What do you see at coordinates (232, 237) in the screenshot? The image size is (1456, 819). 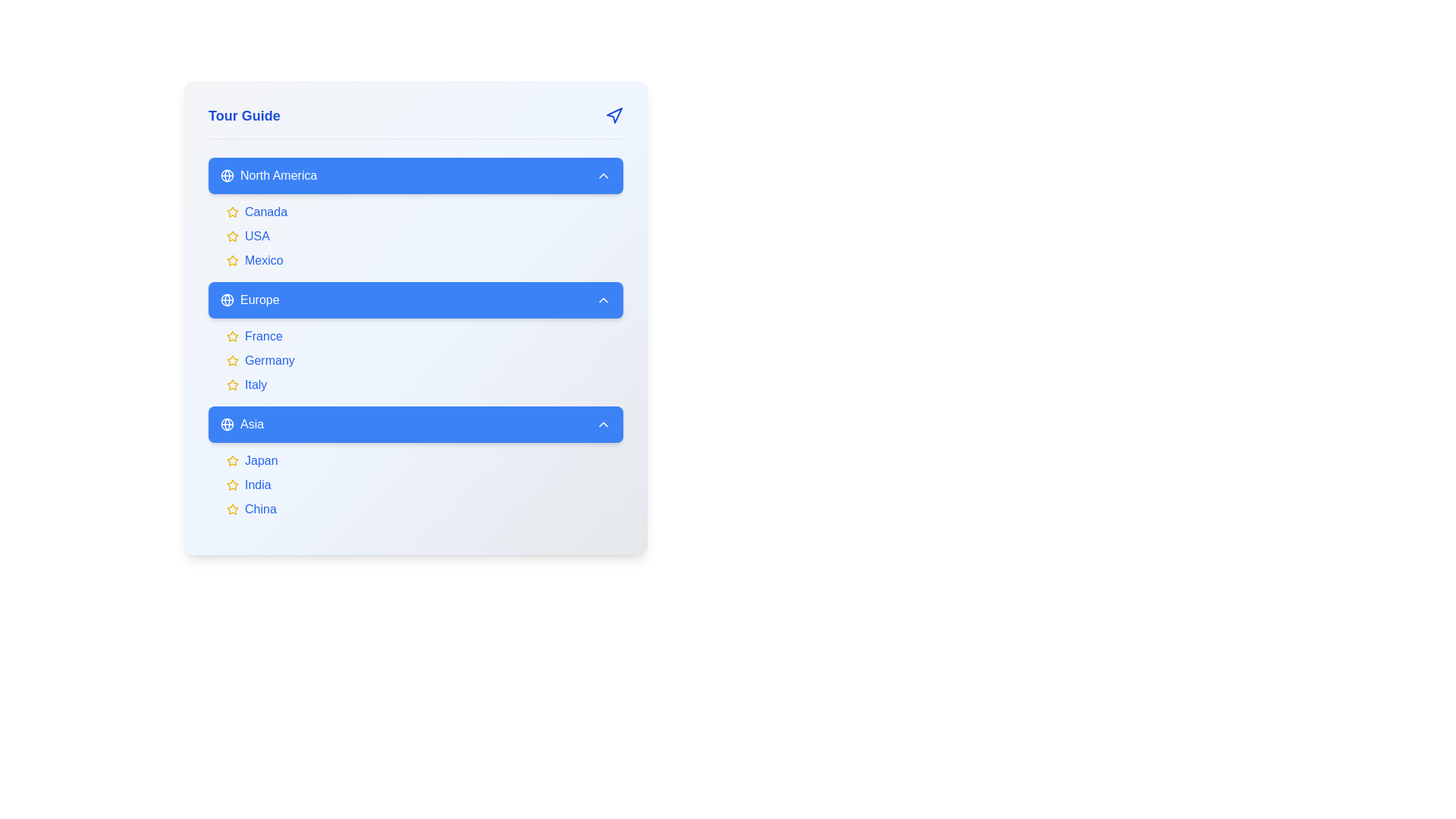 I see `the first icon representing a visual marker or rating indicator located to the left of the 'USA' text under the 'North America' section to interact with its functionality` at bounding box center [232, 237].